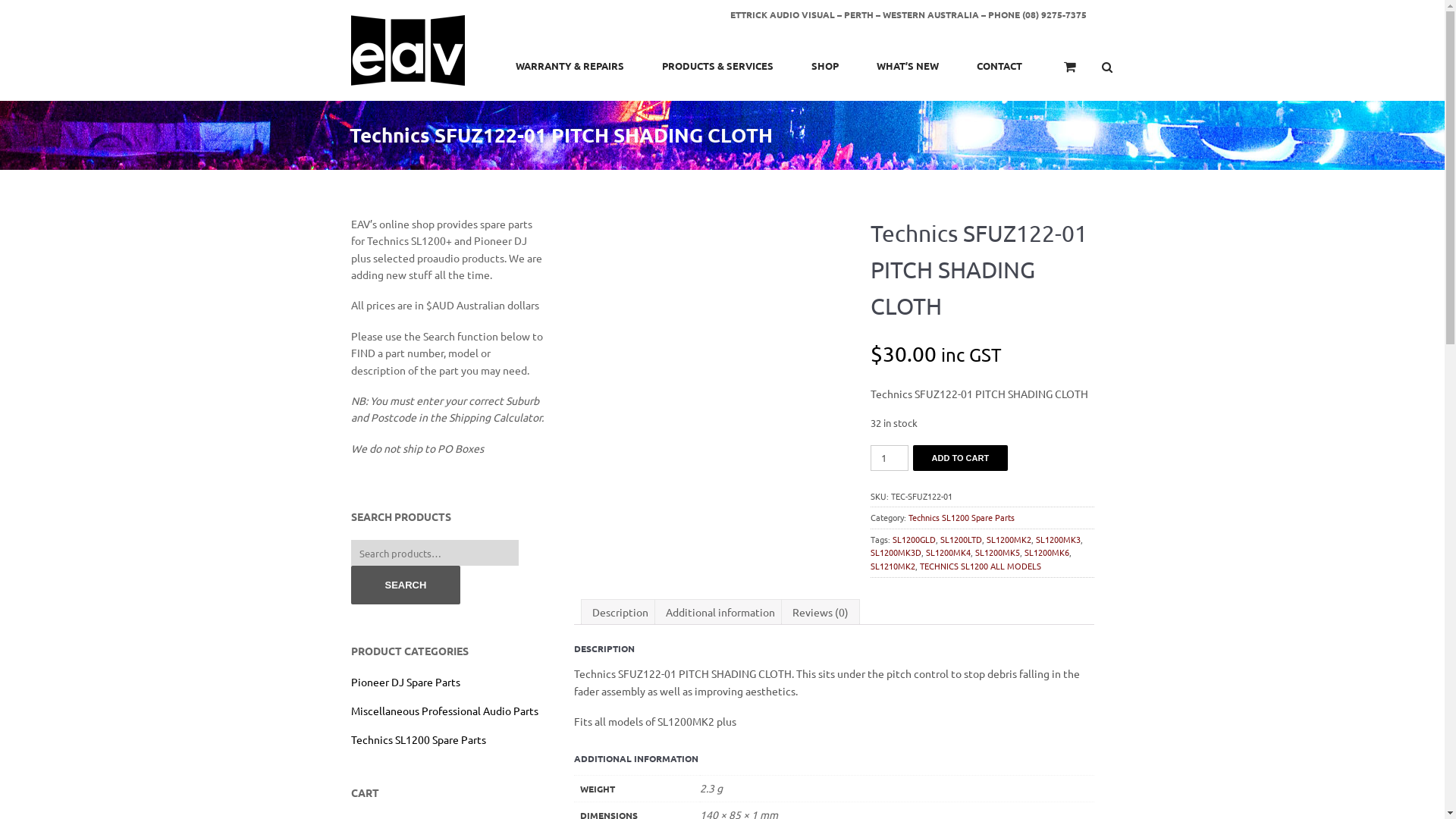 Image resolution: width=1456 pixels, height=819 pixels. What do you see at coordinates (720, 610) in the screenshot?
I see `'Additional information'` at bounding box center [720, 610].